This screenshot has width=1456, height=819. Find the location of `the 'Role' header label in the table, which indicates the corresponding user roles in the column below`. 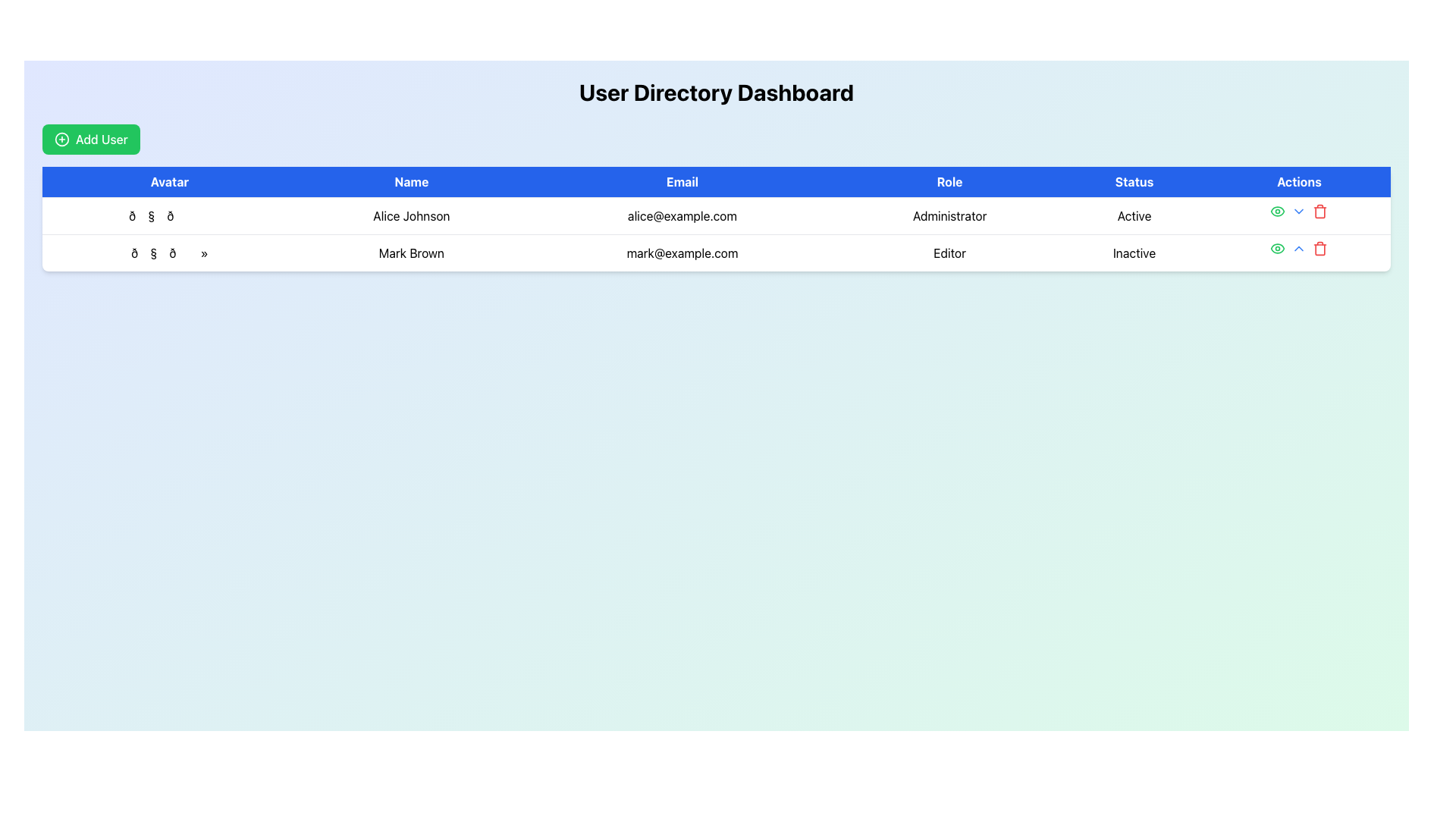

the 'Role' header label in the table, which indicates the corresponding user roles in the column below is located at coordinates (949, 181).